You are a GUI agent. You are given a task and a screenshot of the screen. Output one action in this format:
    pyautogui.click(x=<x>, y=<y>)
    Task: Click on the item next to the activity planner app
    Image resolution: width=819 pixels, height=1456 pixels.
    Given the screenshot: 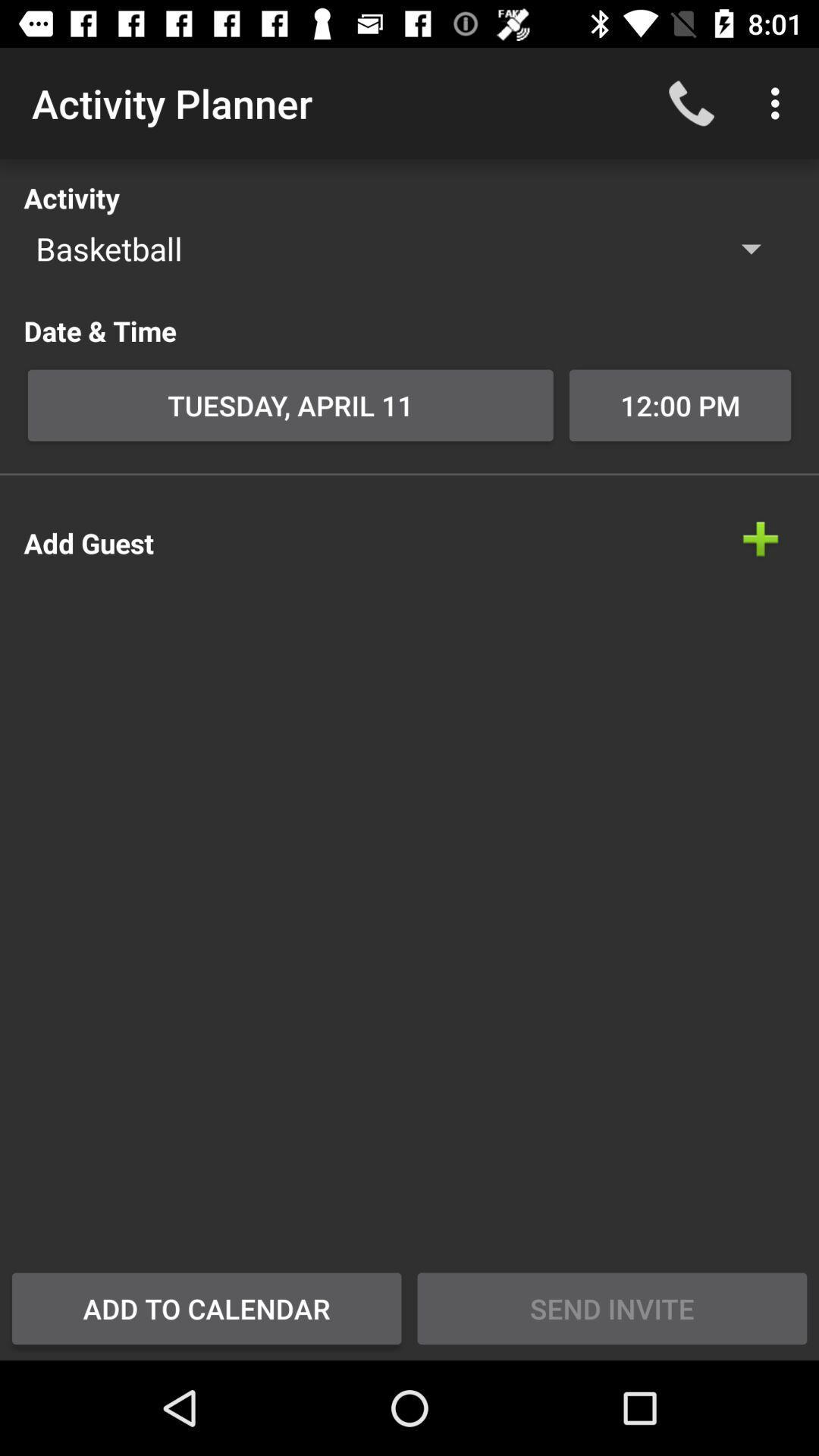 What is the action you would take?
    pyautogui.click(x=691, y=102)
    